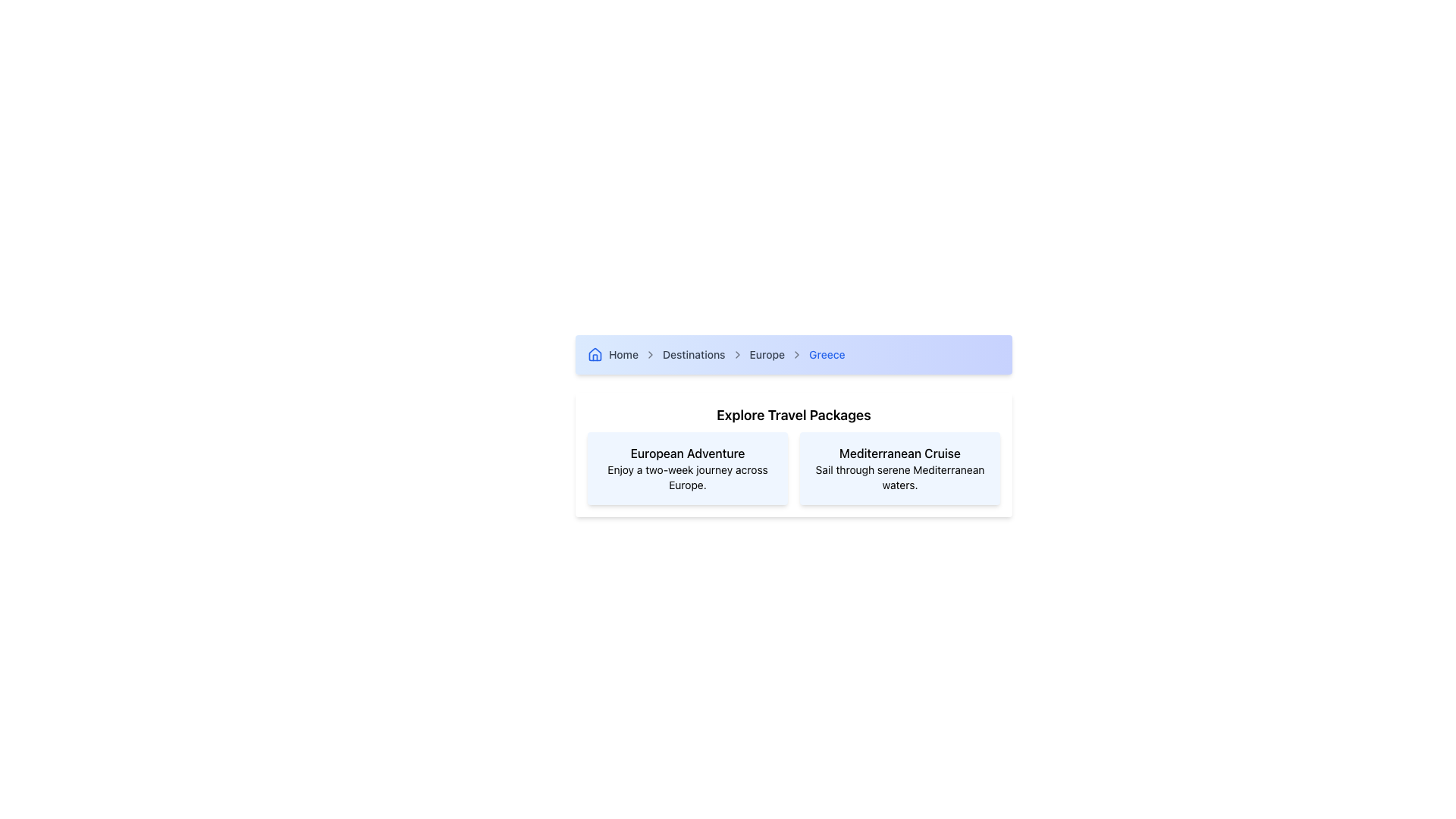 This screenshot has width=1456, height=819. What do you see at coordinates (792, 354) in the screenshot?
I see `an individual breadcrumb in the Breadcrumb Navigation Bar` at bounding box center [792, 354].